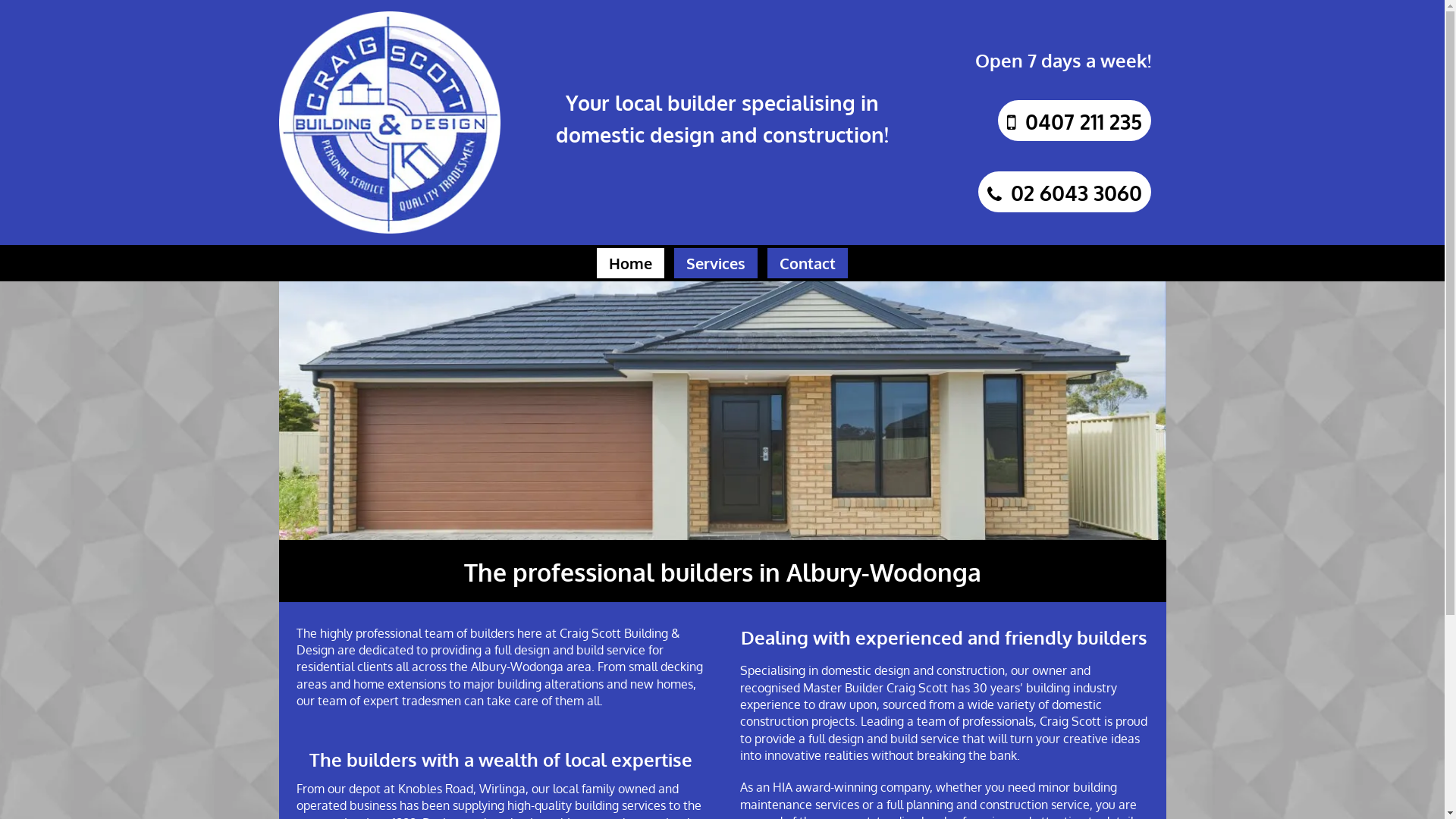 The image size is (1456, 819). What do you see at coordinates (673, 262) in the screenshot?
I see `'Services'` at bounding box center [673, 262].